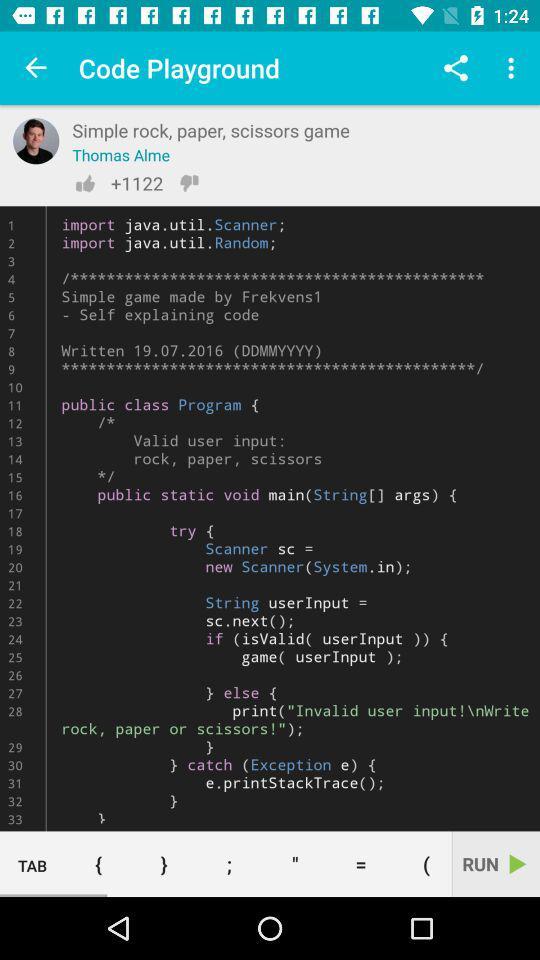 The height and width of the screenshot is (960, 540). I want to click on the item below the import java util, so click(228, 863).